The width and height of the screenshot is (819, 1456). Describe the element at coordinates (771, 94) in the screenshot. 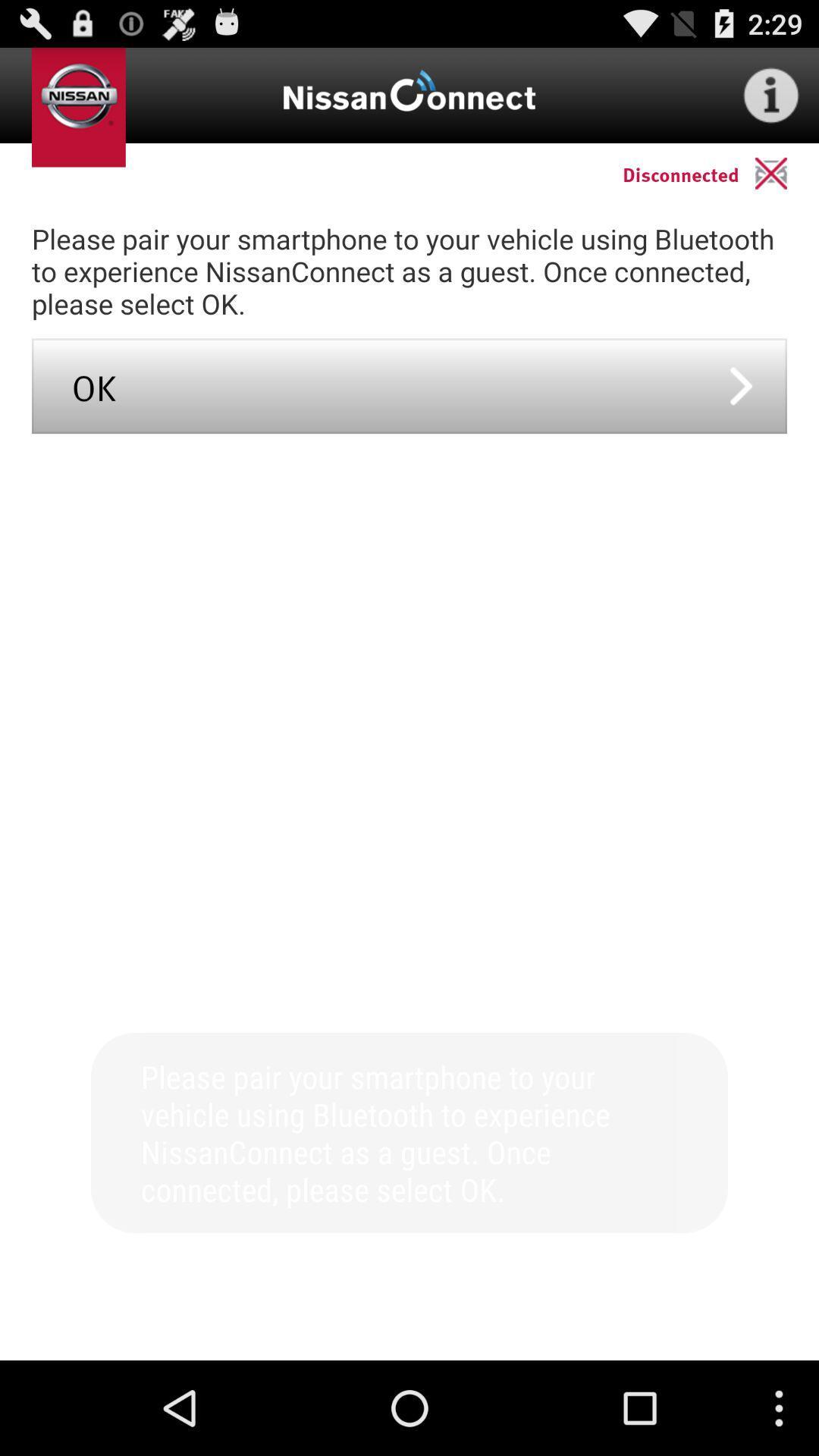

I see `more information` at that location.